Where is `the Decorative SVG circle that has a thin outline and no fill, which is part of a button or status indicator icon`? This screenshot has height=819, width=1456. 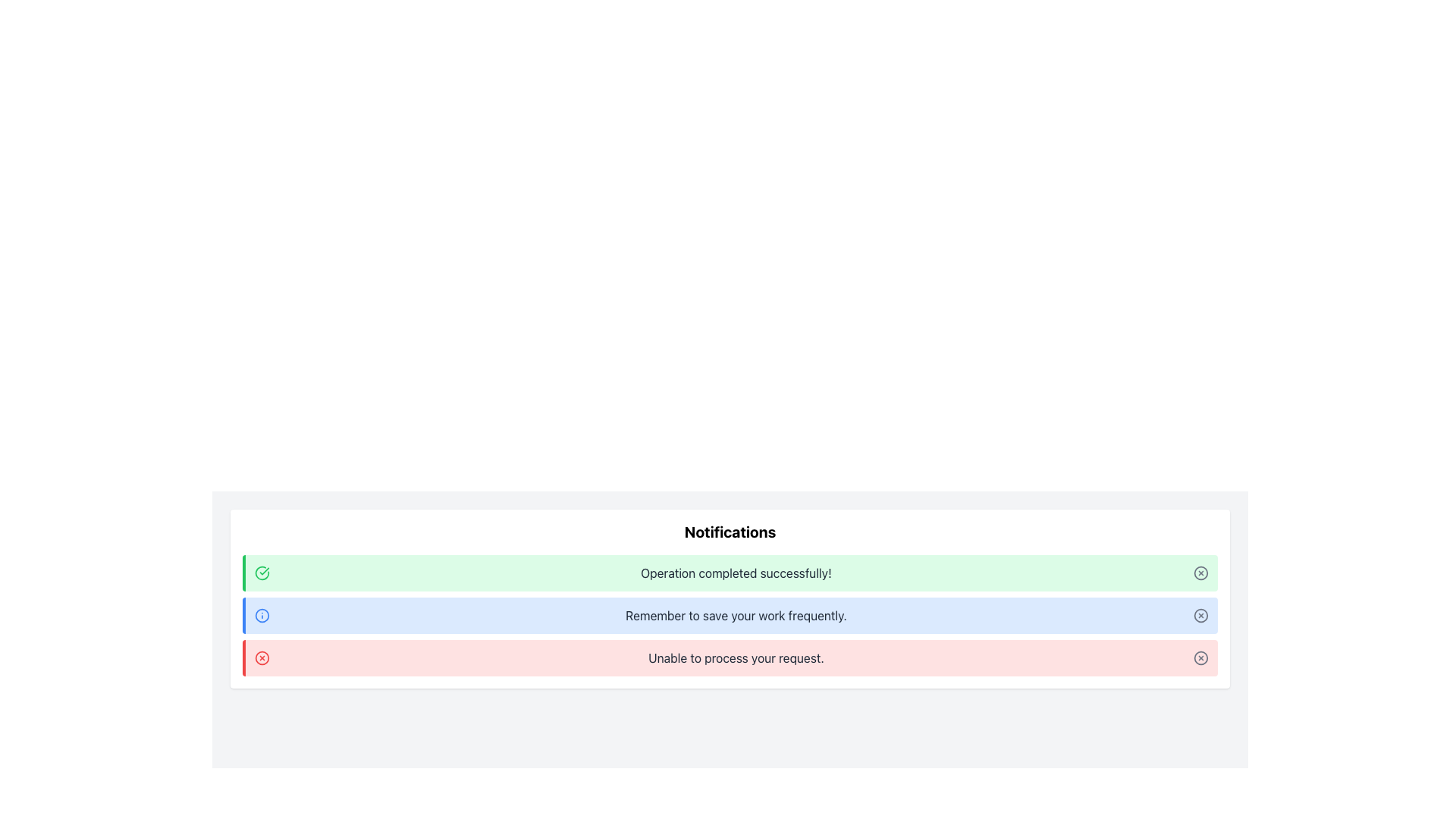 the Decorative SVG circle that has a thin outline and no fill, which is part of a button or status indicator icon is located at coordinates (1200, 573).